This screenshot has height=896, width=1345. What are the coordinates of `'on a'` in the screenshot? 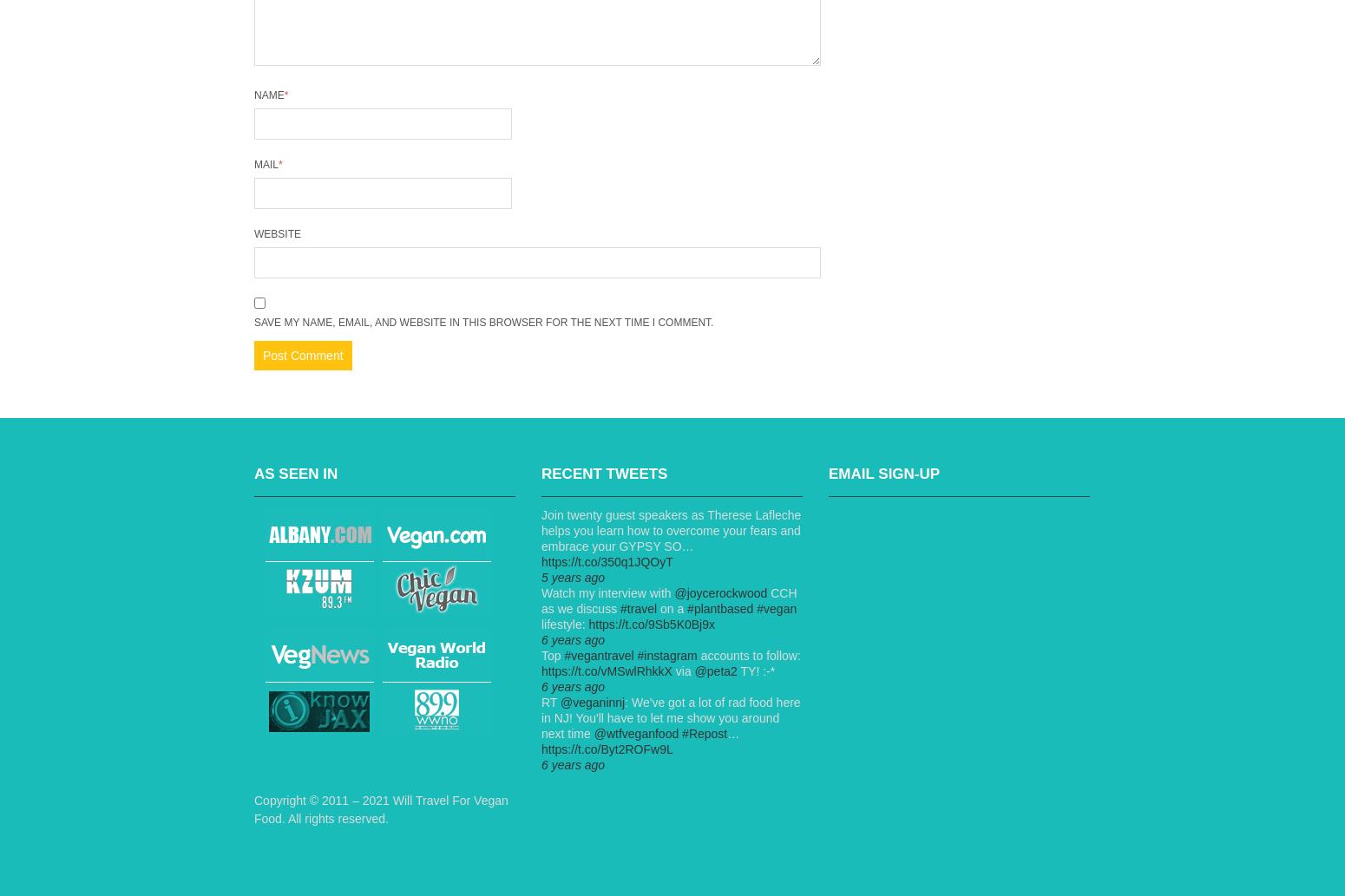 It's located at (672, 609).